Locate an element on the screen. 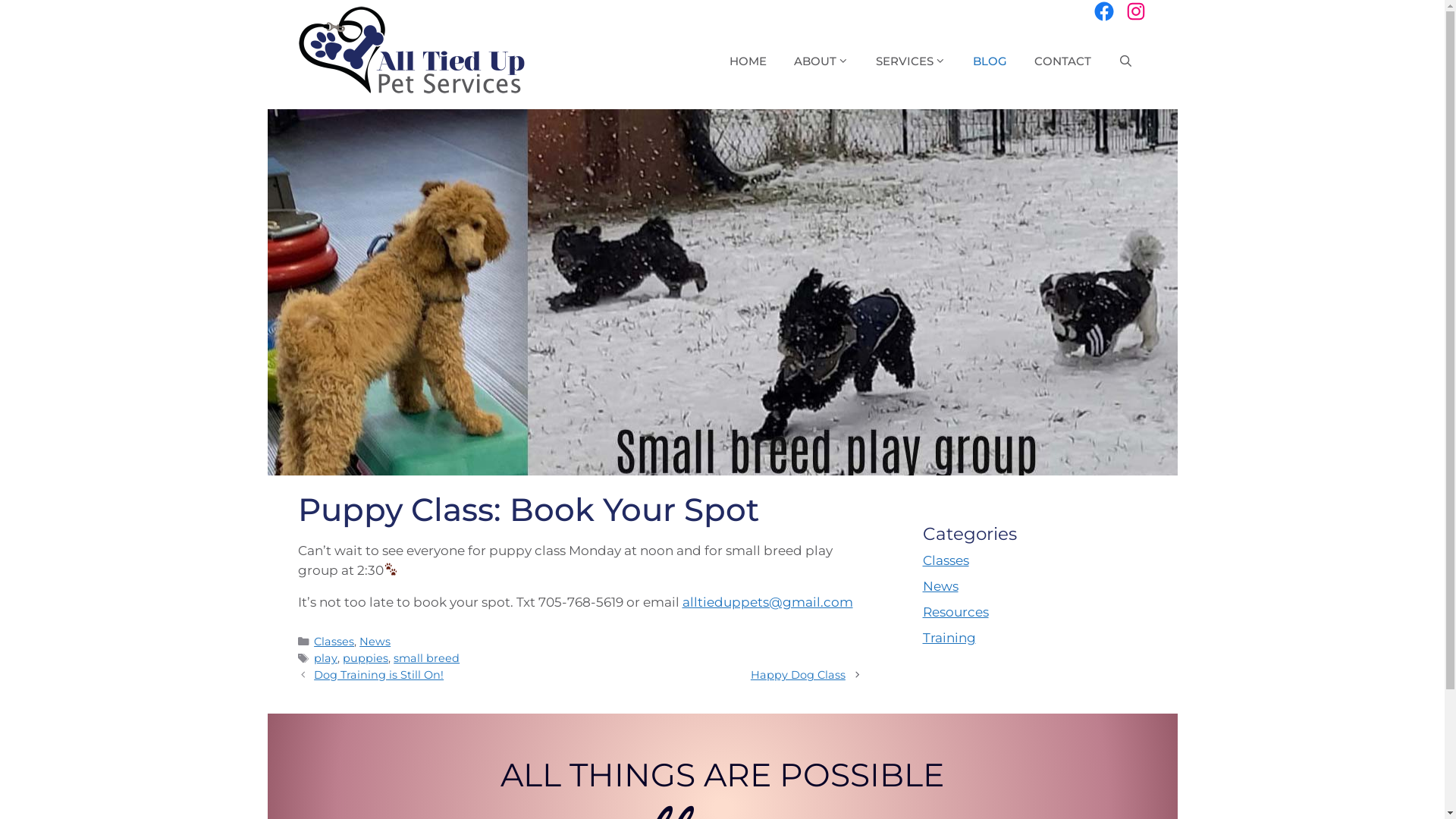 This screenshot has width=1456, height=819. 'Resources' is located at coordinates (954, 610).